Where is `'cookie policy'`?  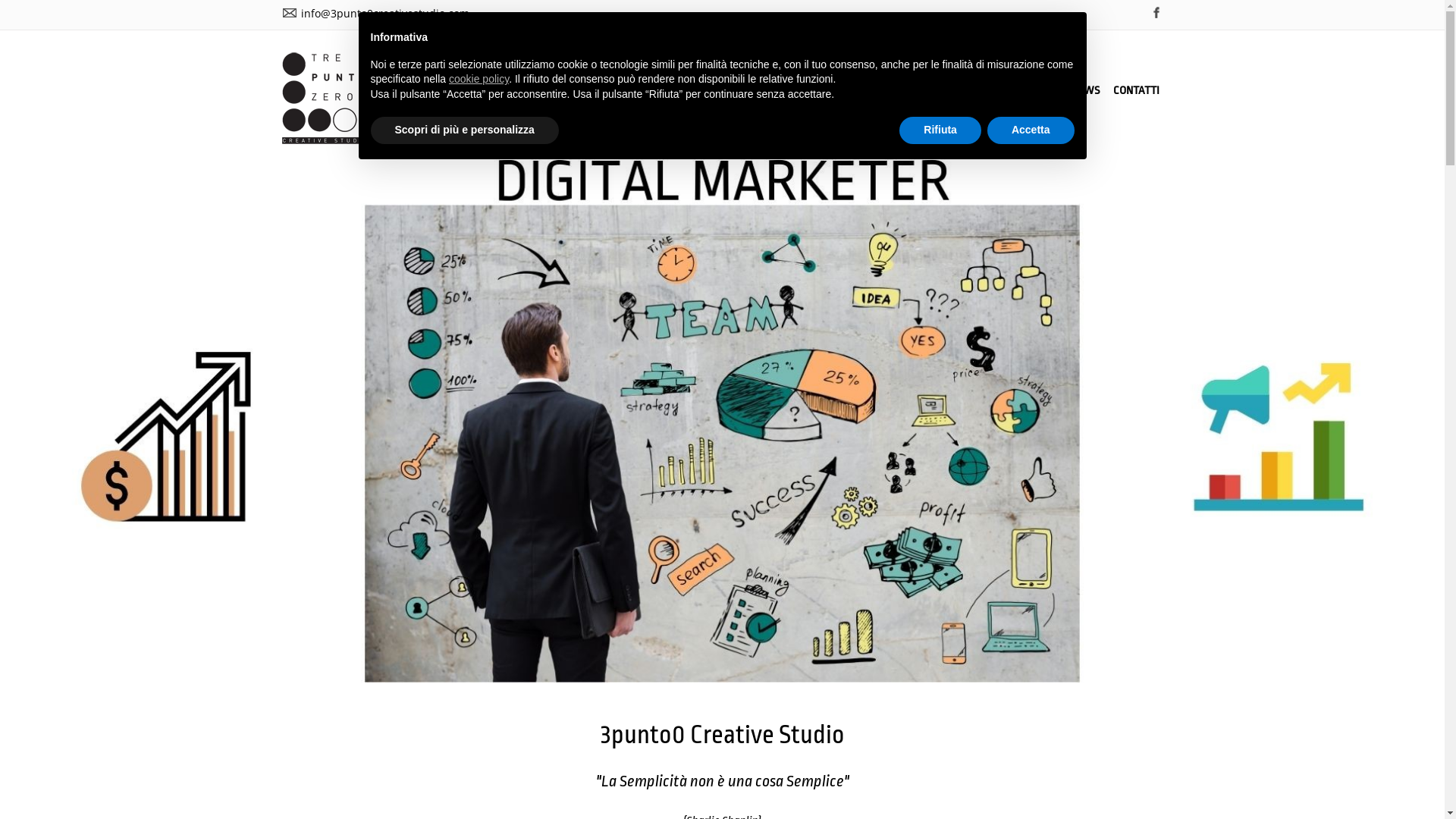 'cookie policy' is located at coordinates (478, 79).